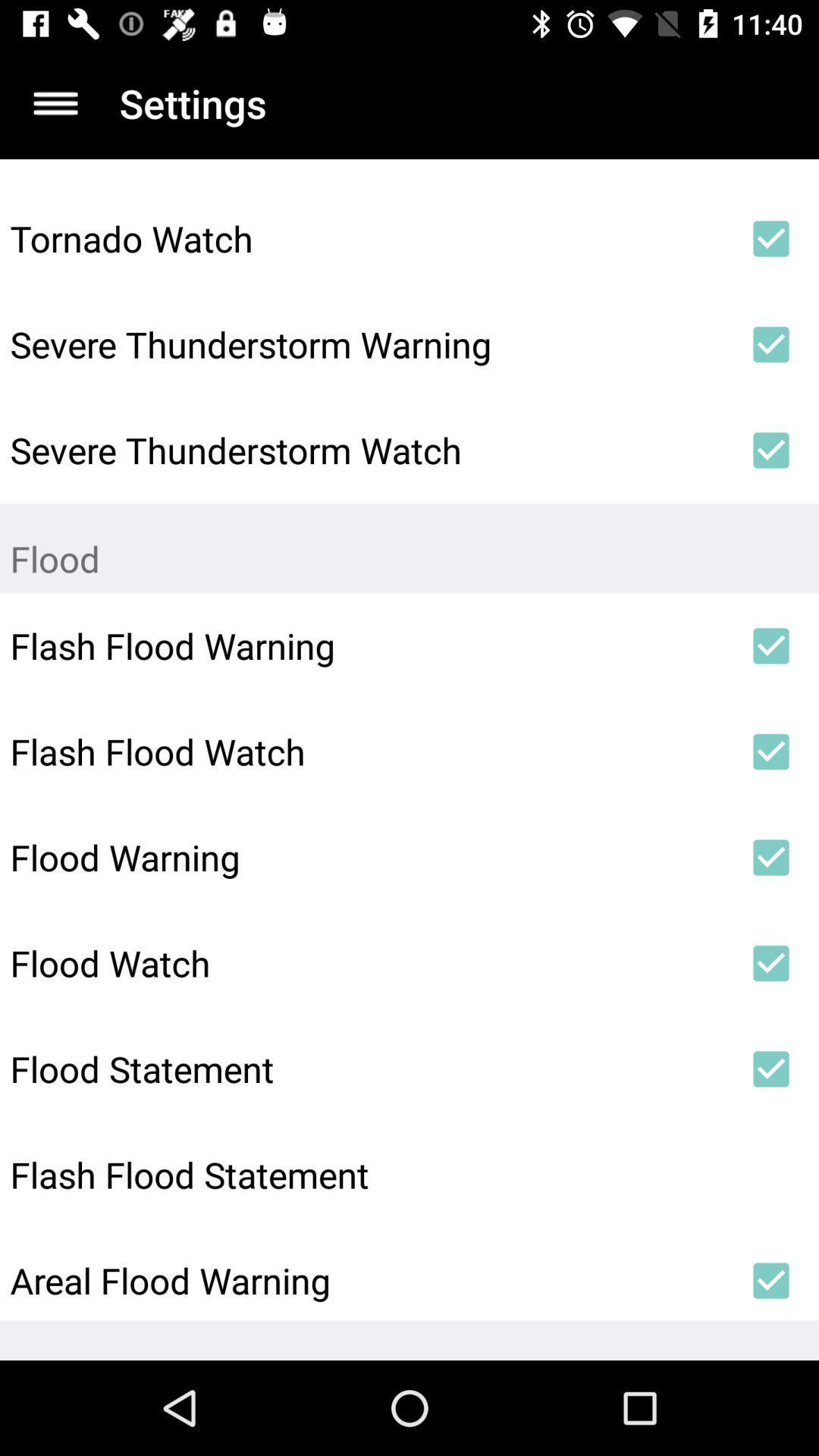  Describe the element at coordinates (771, 1068) in the screenshot. I see `item next to flood statement icon` at that location.